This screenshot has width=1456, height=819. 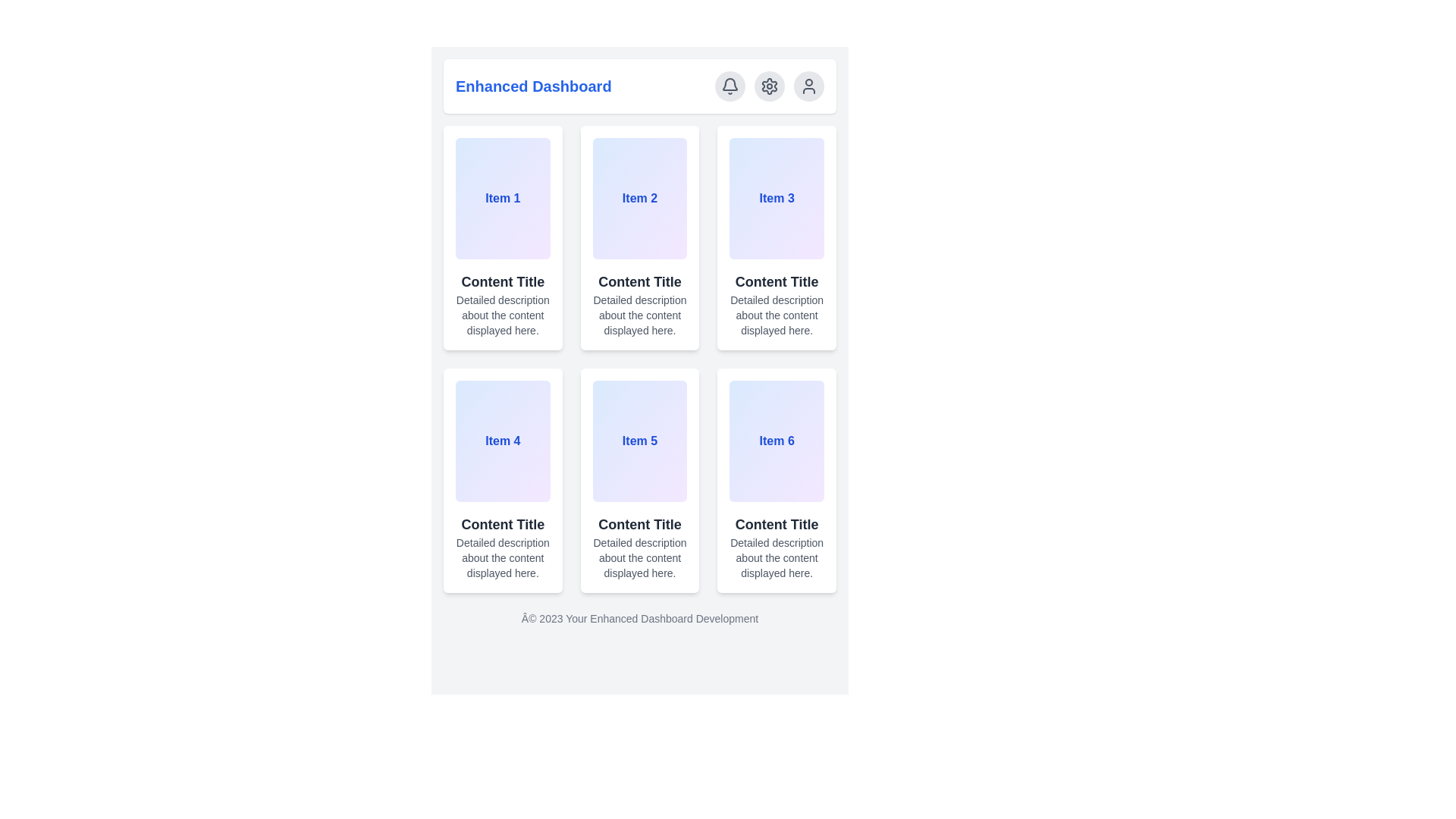 What do you see at coordinates (808, 86) in the screenshot?
I see `the user profile button located in the top-right corner of the interface` at bounding box center [808, 86].